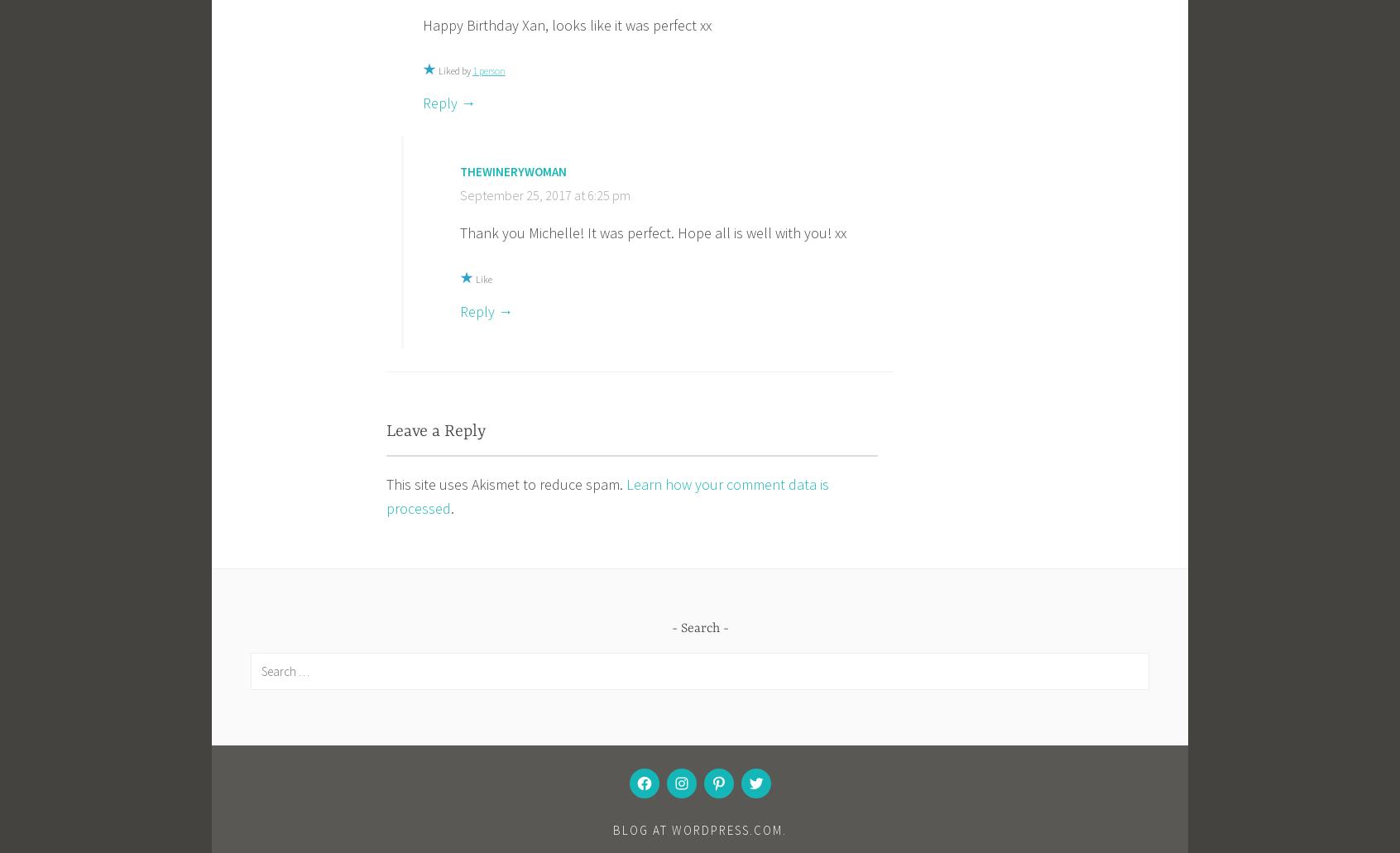  I want to click on 'Sitges', so click(630, 455).